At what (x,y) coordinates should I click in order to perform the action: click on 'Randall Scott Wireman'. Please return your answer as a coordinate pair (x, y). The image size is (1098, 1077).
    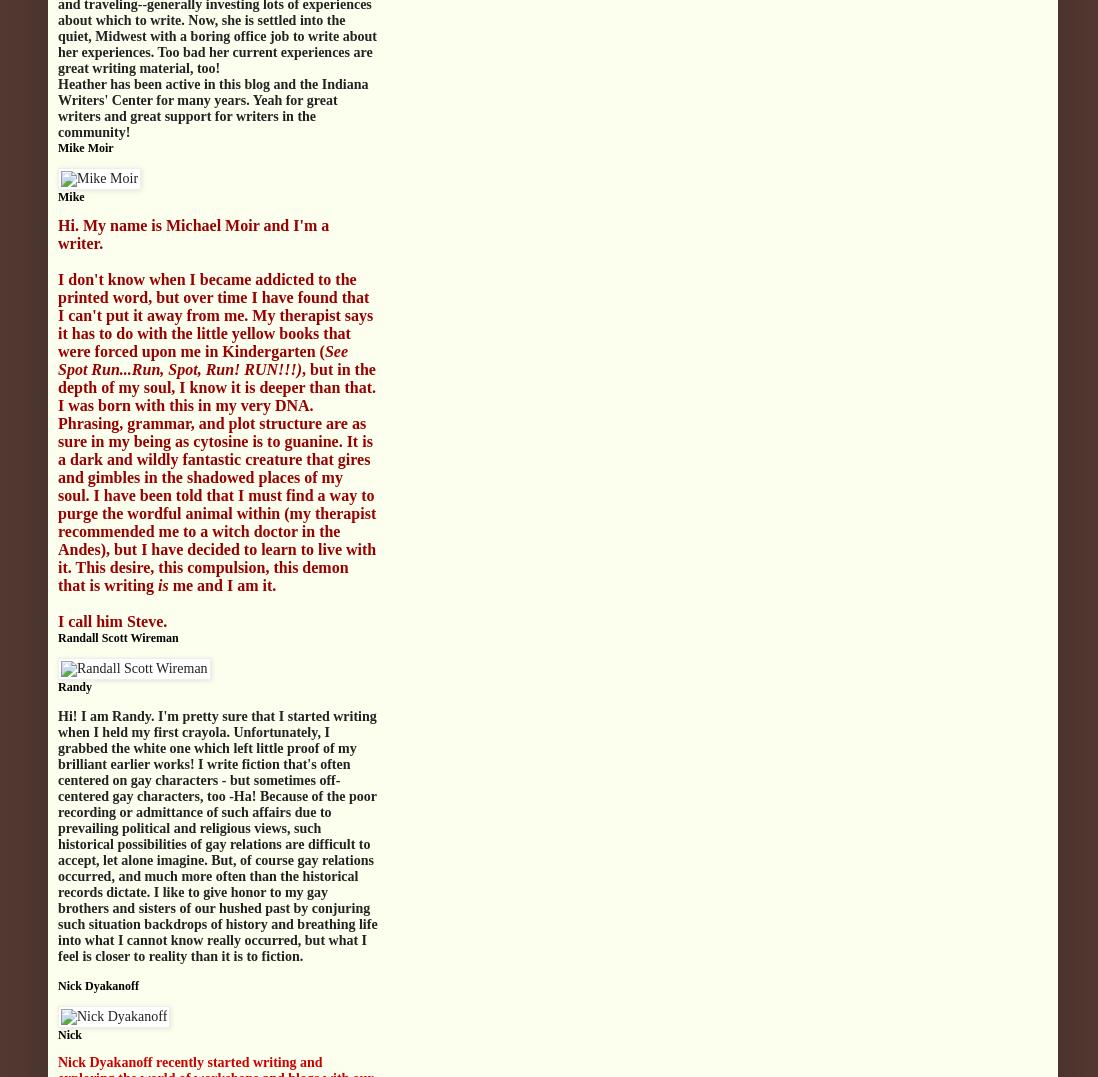
    Looking at the image, I should click on (56, 637).